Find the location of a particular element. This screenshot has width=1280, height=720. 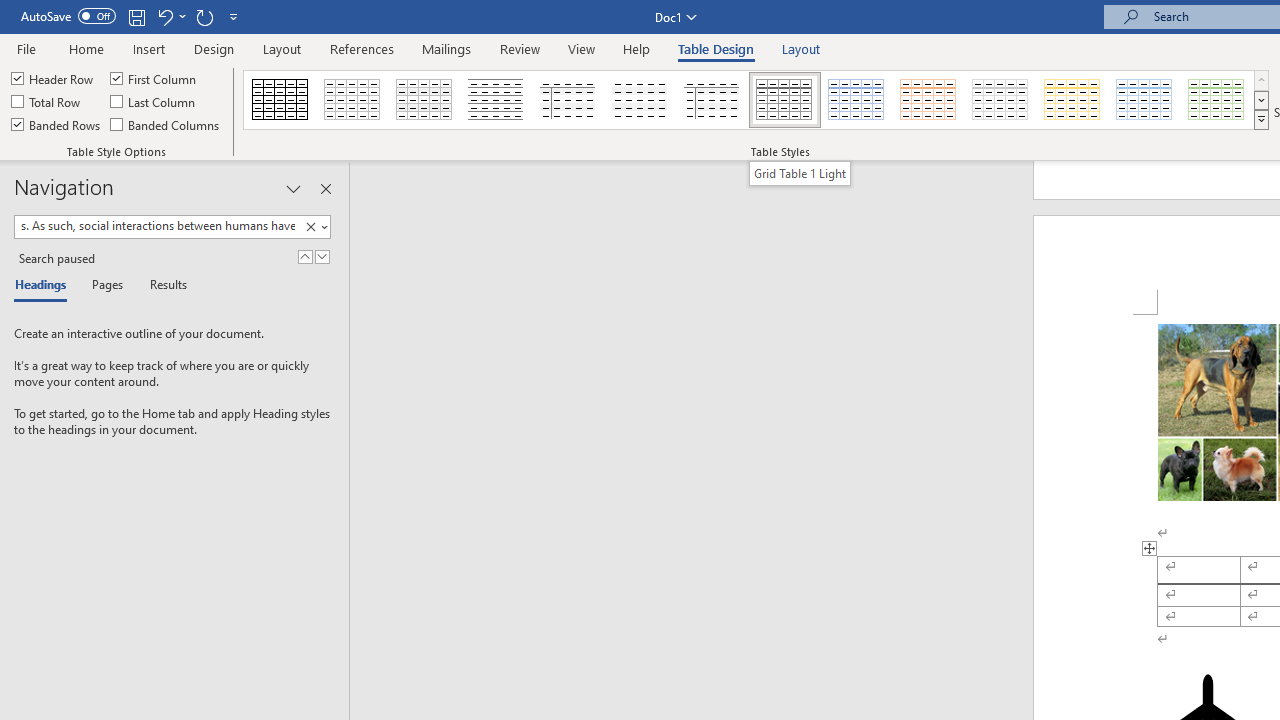

'Grid Table 1 Light - Accent 1' is located at coordinates (856, 100).